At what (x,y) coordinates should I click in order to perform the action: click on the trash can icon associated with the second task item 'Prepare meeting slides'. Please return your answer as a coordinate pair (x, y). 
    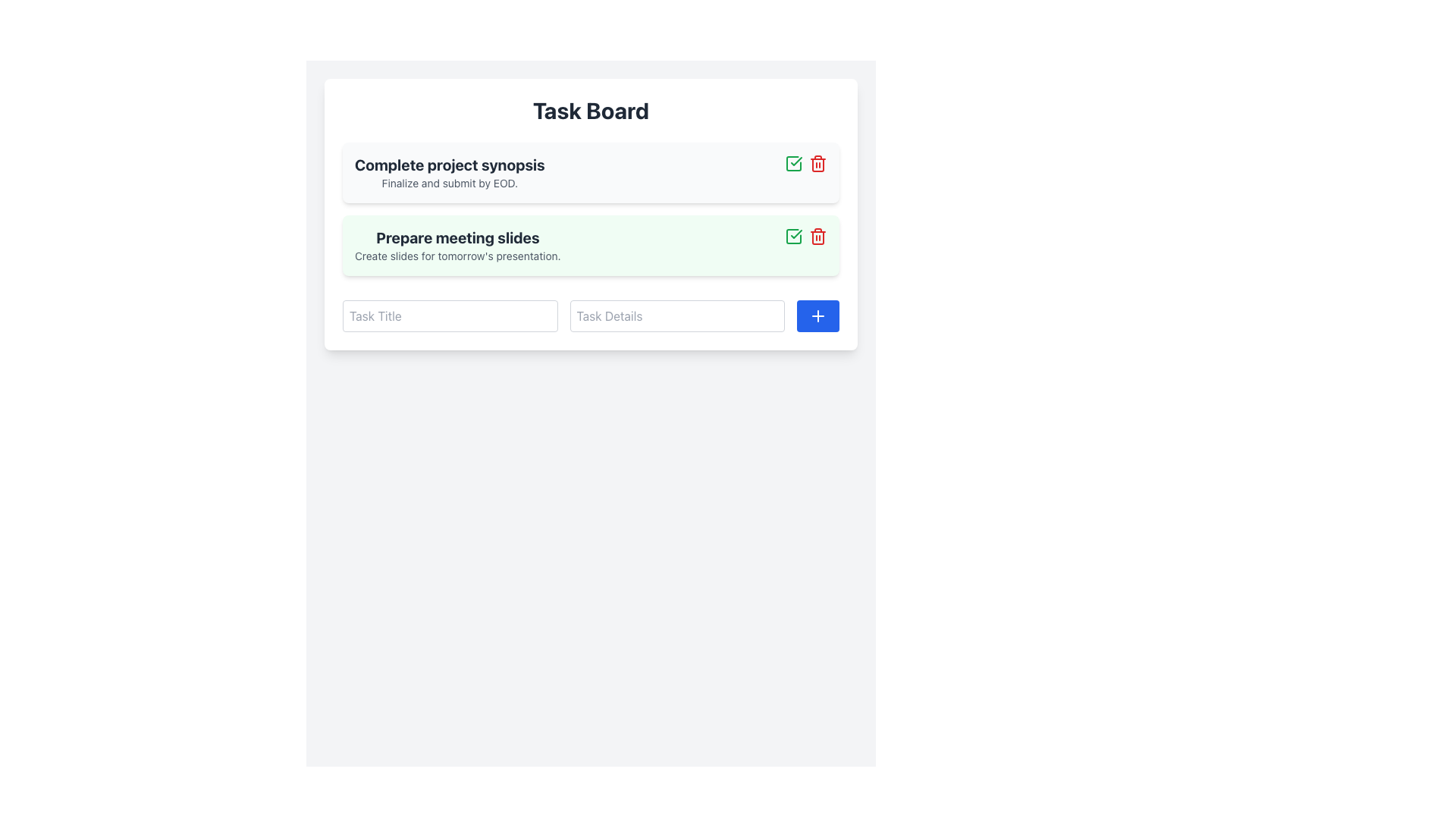
    Looking at the image, I should click on (817, 237).